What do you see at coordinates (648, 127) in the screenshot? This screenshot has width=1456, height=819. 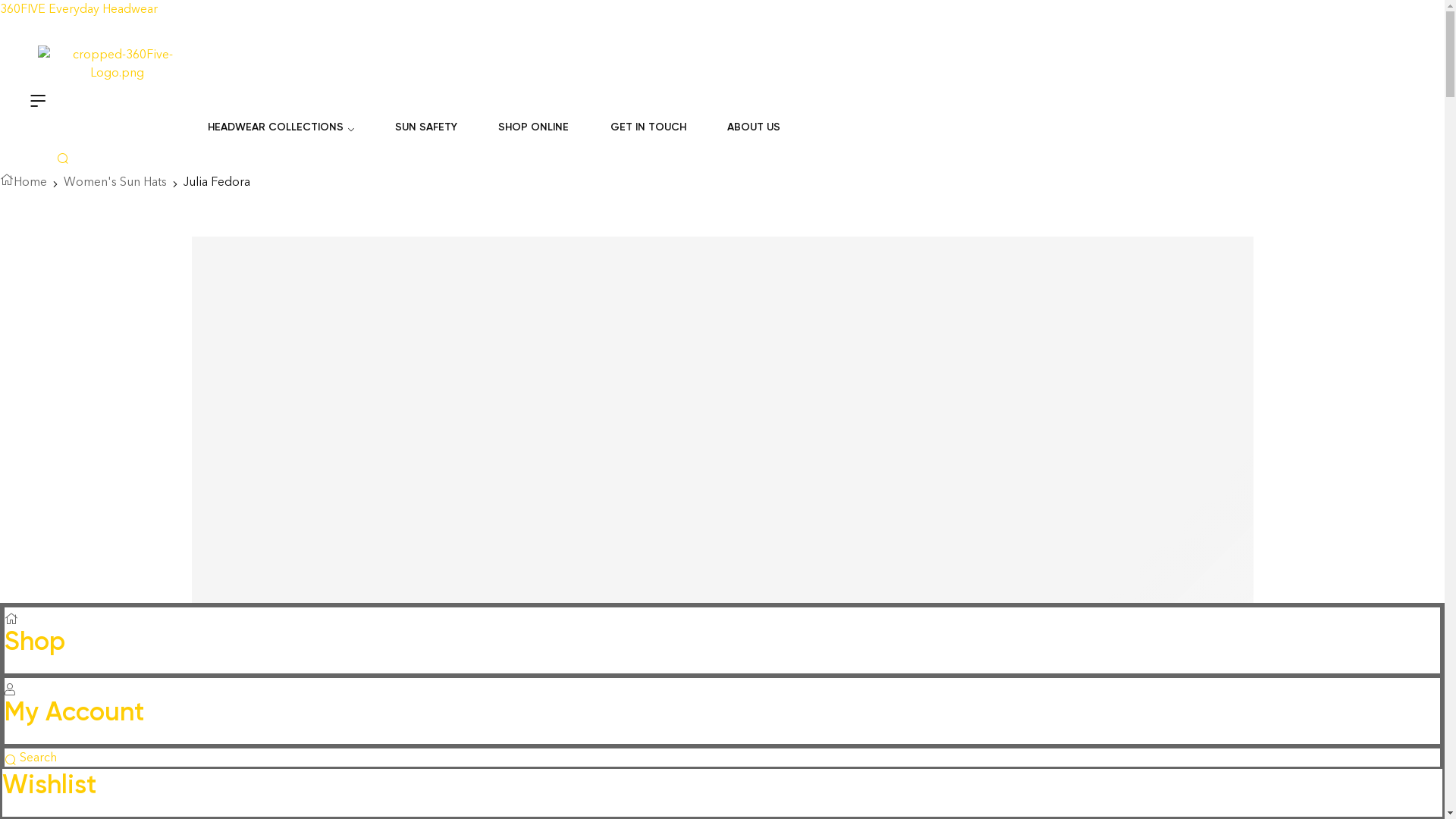 I see `'GET IN TOUCH'` at bounding box center [648, 127].